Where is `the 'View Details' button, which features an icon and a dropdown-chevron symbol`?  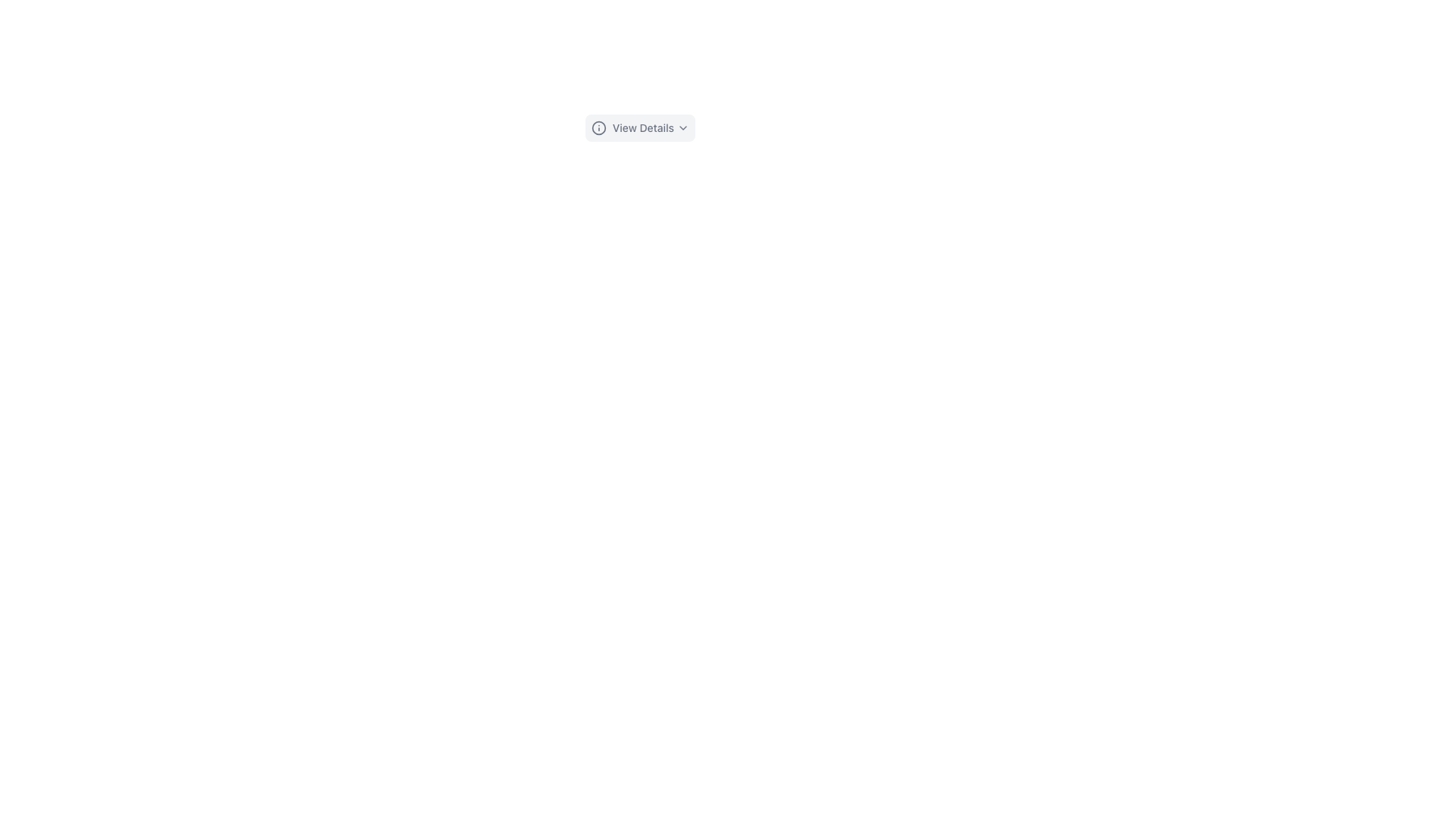
the 'View Details' button, which features an icon and a dropdown-chevron symbol is located at coordinates (640, 127).